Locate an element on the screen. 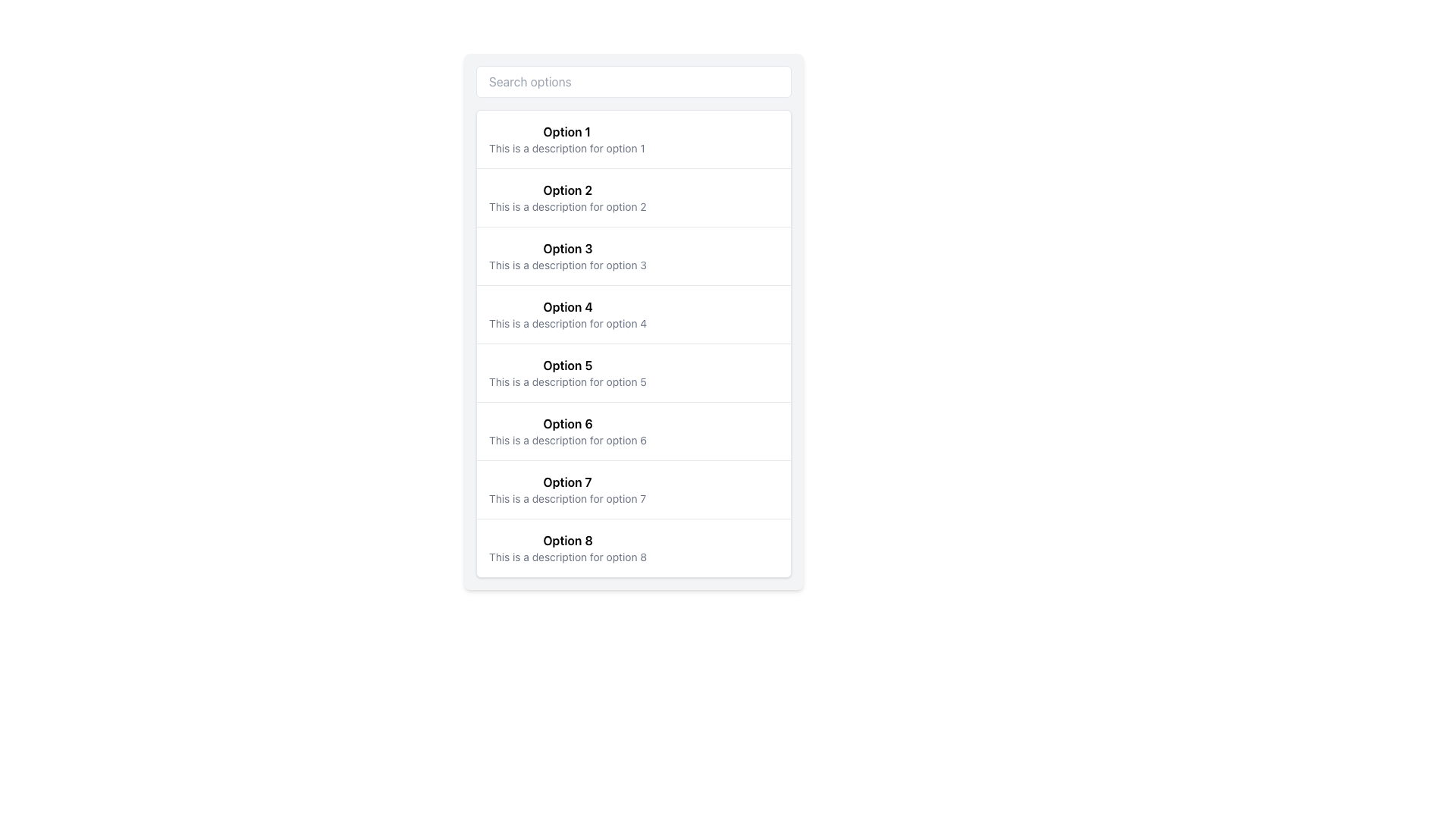  the List Item displaying 'Option 2' with bold black text and a description in smaller gray text is located at coordinates (566, 197).